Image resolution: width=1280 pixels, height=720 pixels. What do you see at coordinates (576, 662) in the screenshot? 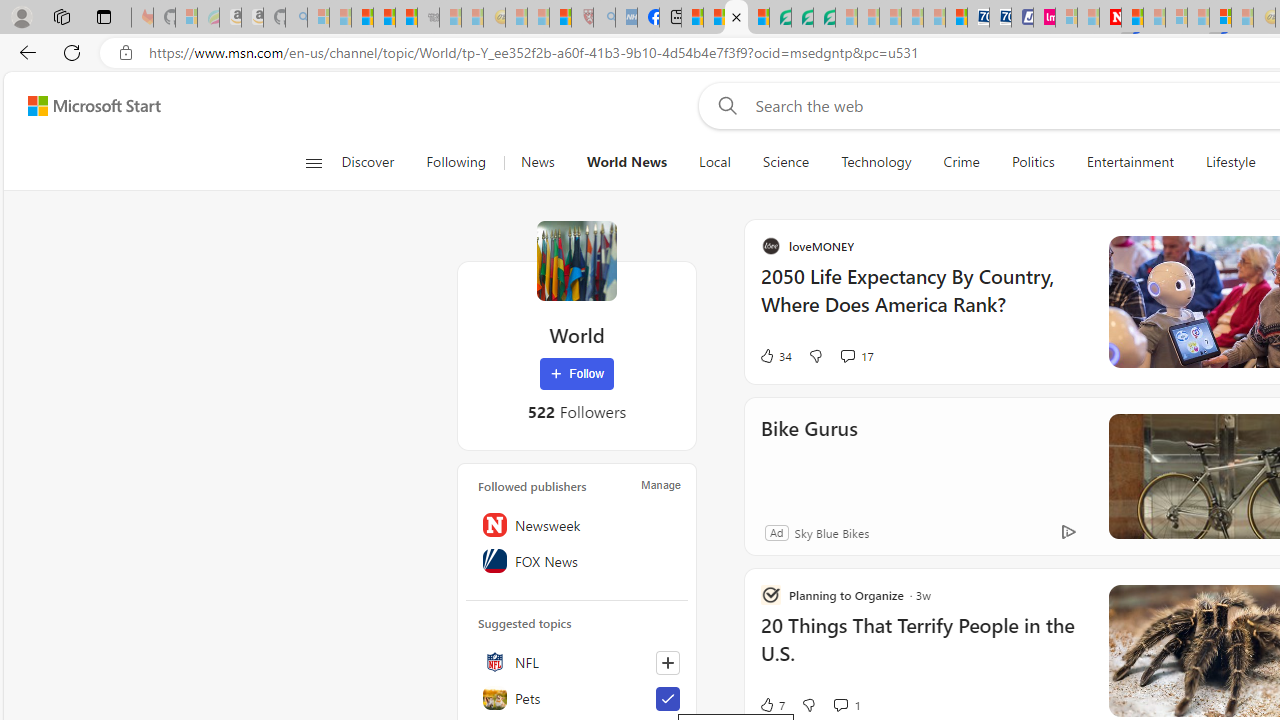
I see `'NFL'` at bounding box center [576, 662].